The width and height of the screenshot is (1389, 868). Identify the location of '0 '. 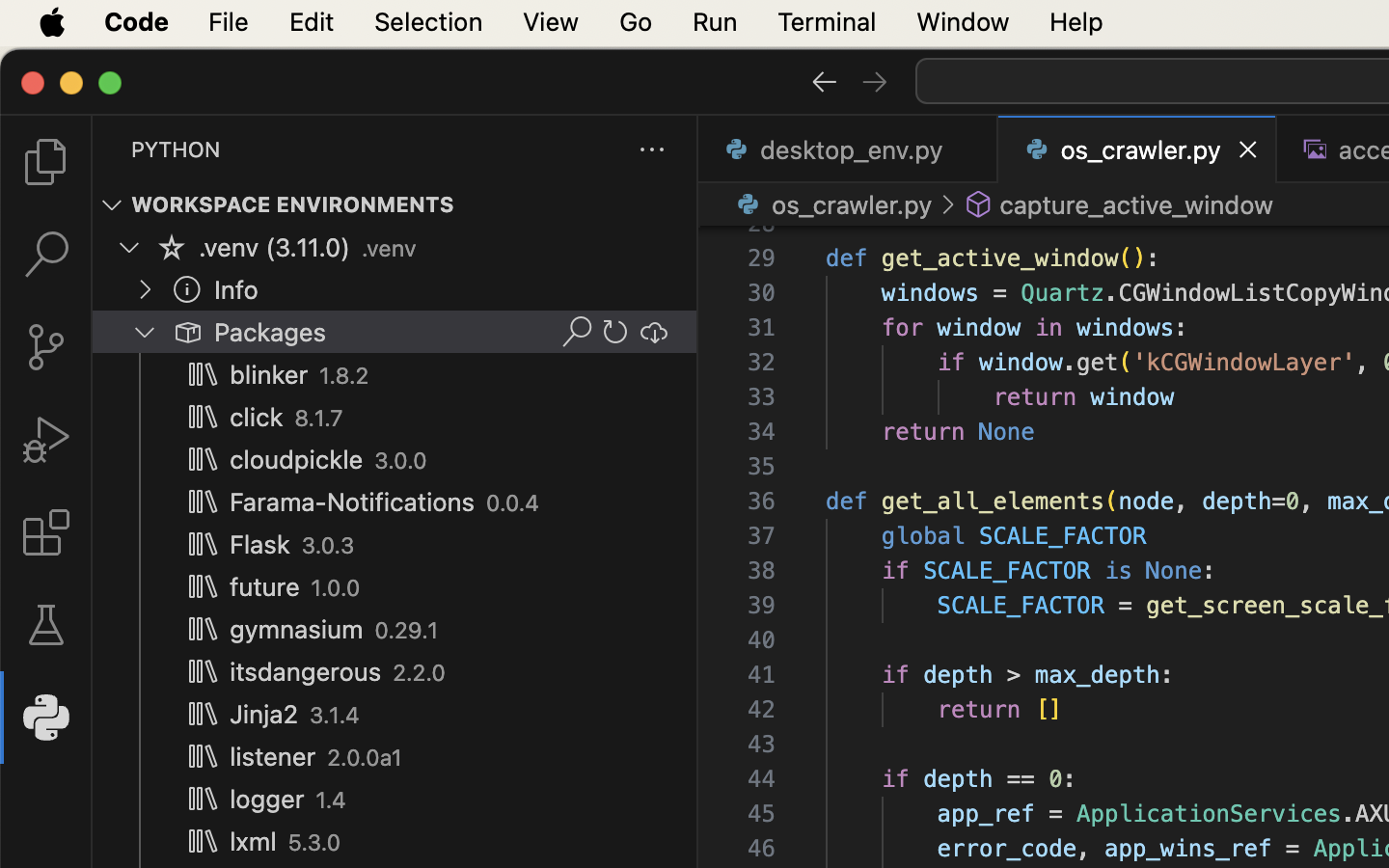
(44, 253).